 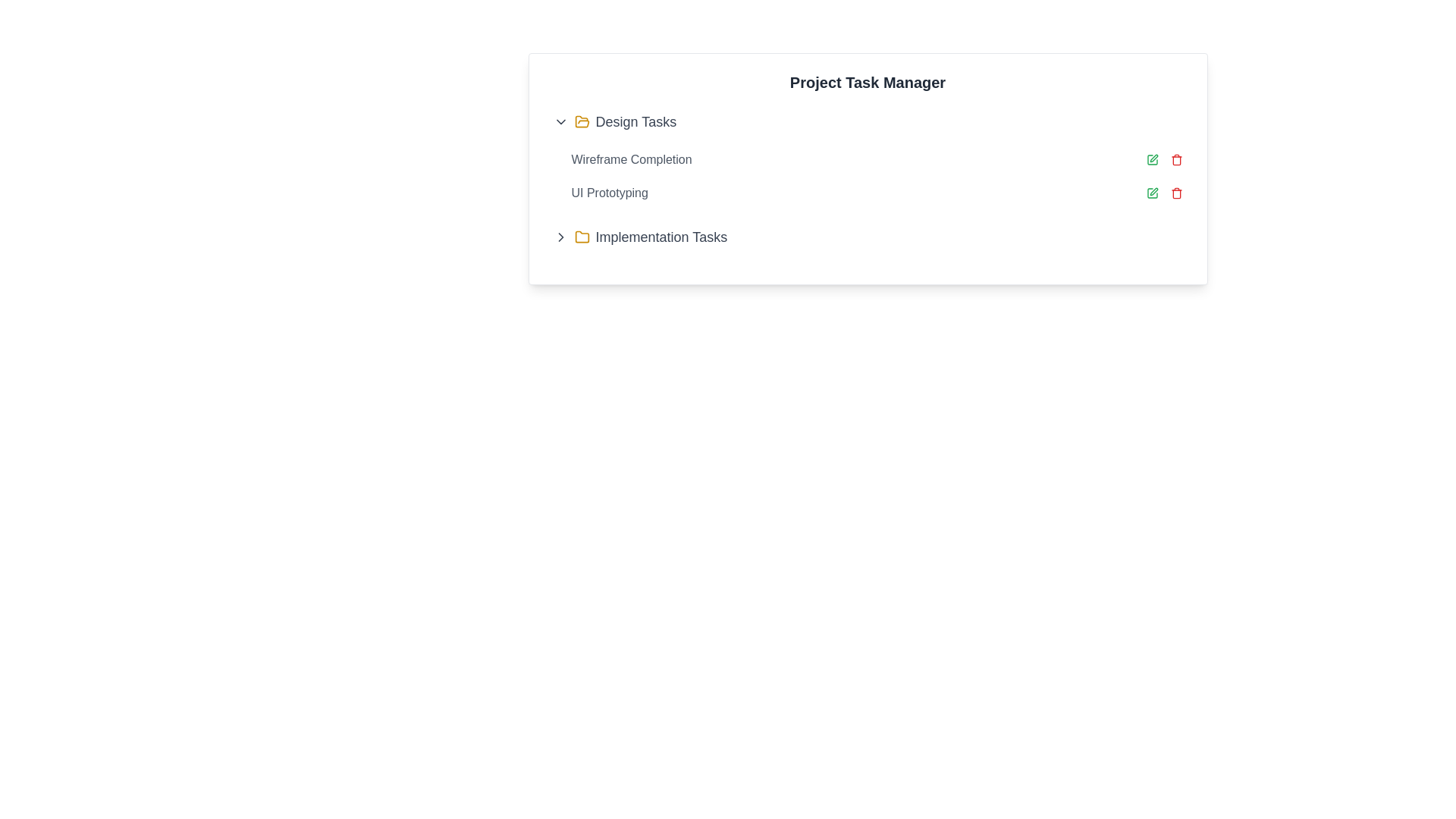 What do you see at coordinates (1152, 160) in the screenshot?
I see `the green edit icon resembling a pen located to the right of the 'Wireframe Completion' text` at bounding box center [1152, 160].